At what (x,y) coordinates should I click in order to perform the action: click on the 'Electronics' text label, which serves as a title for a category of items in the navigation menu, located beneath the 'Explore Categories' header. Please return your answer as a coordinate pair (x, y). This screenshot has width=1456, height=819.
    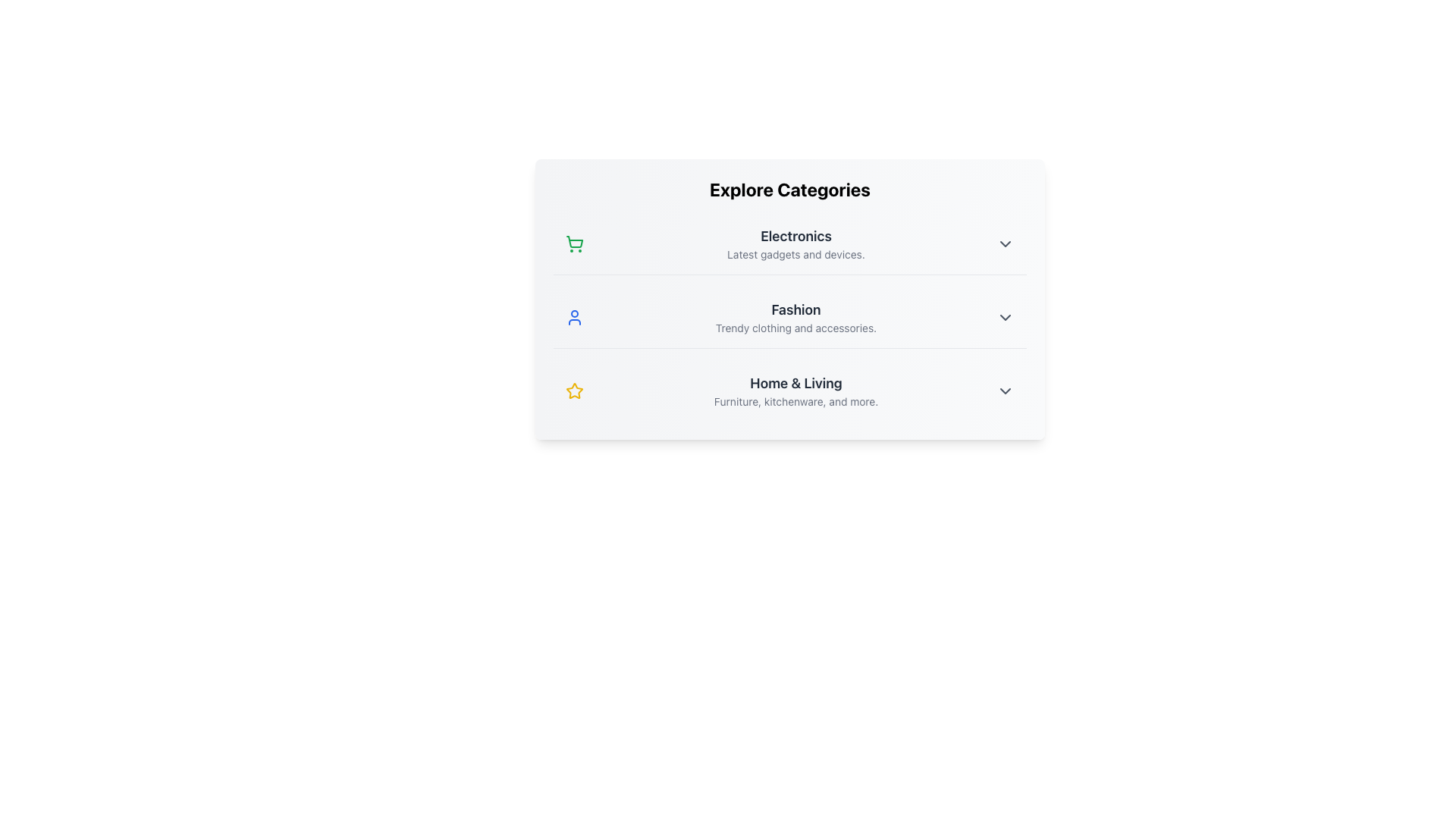
    Looking at the image, I should click on (795, 237).